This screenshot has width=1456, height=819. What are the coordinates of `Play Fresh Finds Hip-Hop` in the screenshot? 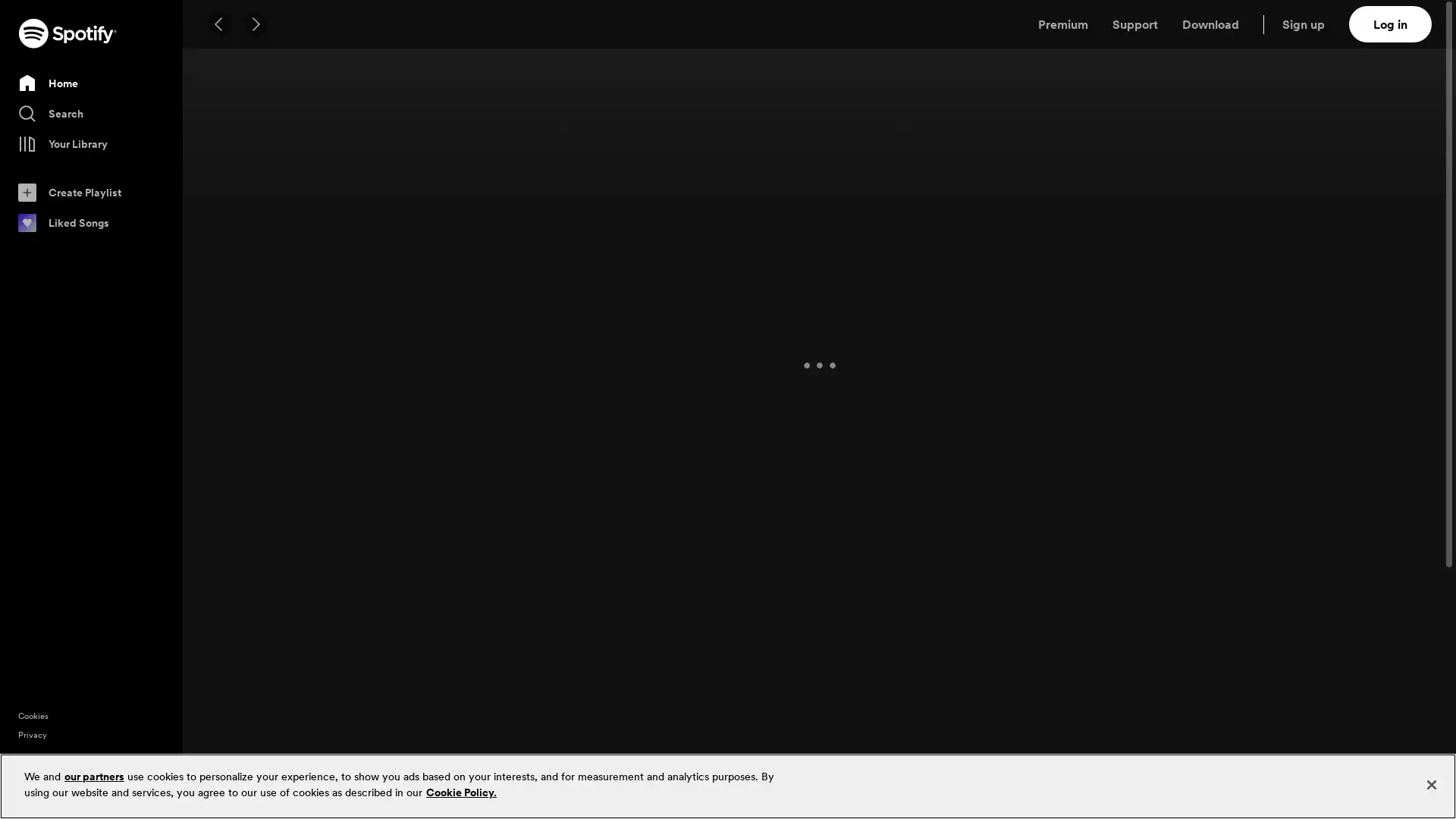 It's located at (618, 210).